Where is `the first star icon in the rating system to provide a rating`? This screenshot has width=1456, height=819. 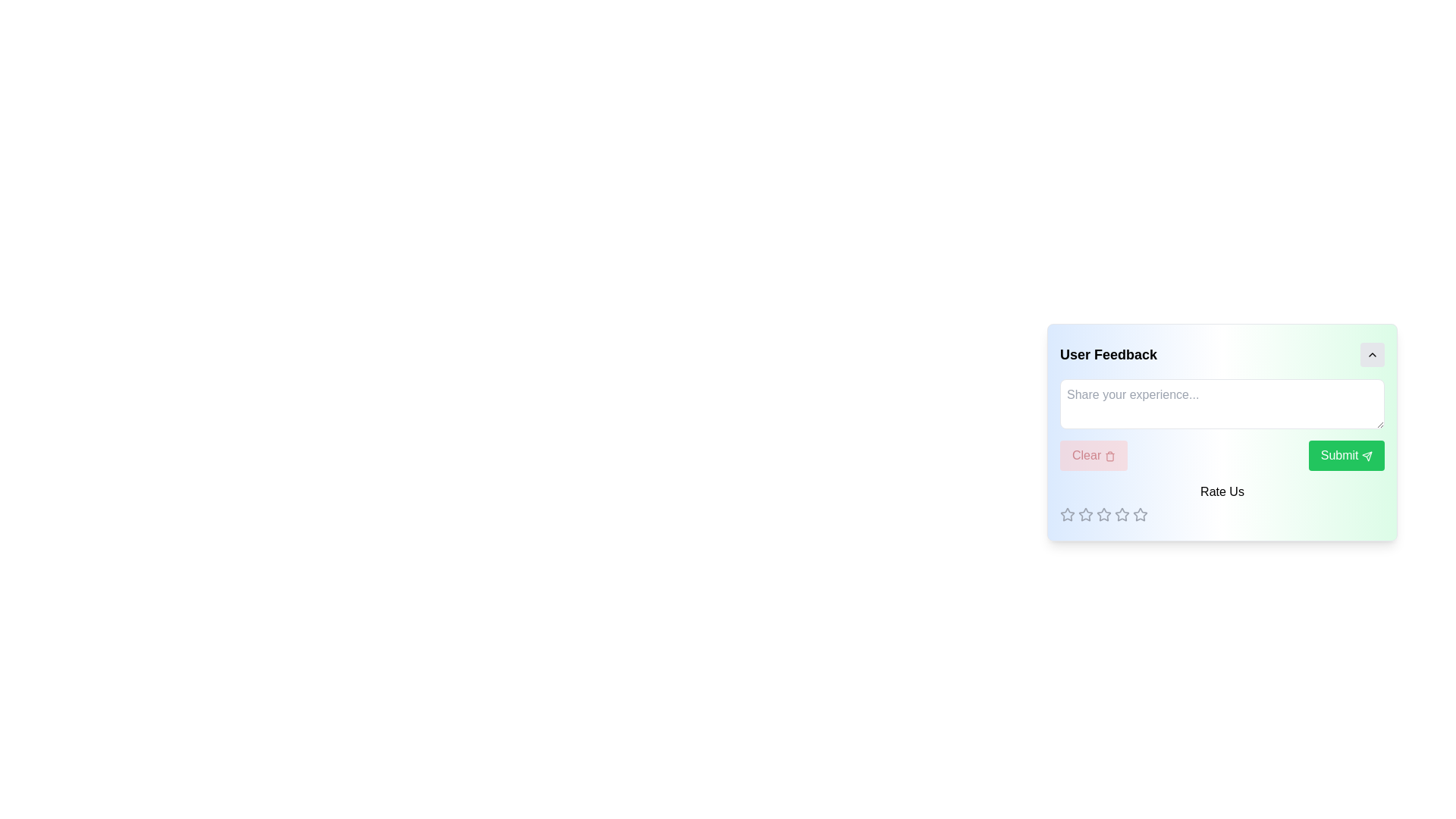
the first star icon in the rating system to provide a rating is located at coordinates (1066, 513).